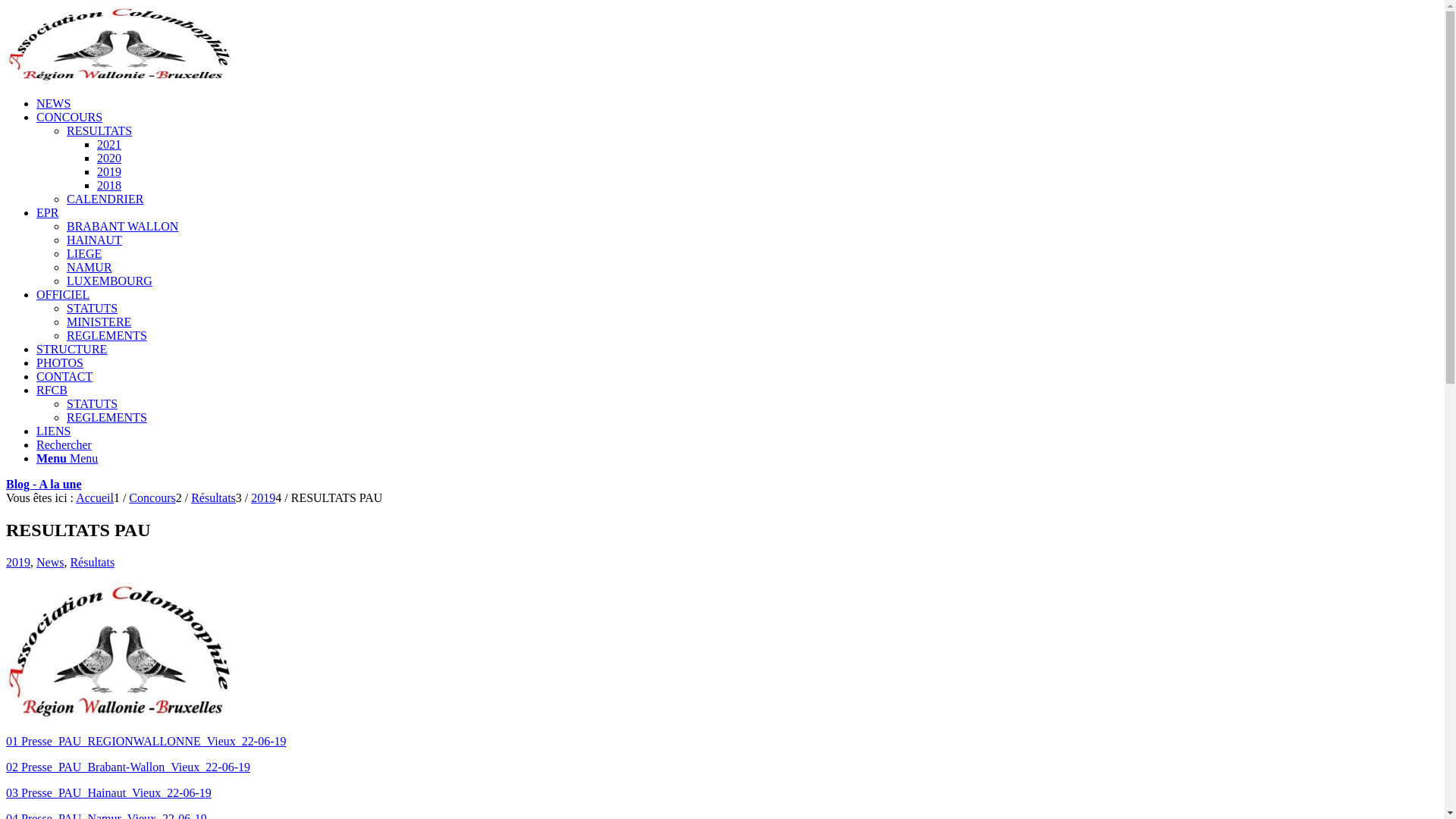 This screenshot has height=819, width=1456. Describe the element at coordinates (83, 253) in the screenshot. I see `'LIEGE'` at that location.